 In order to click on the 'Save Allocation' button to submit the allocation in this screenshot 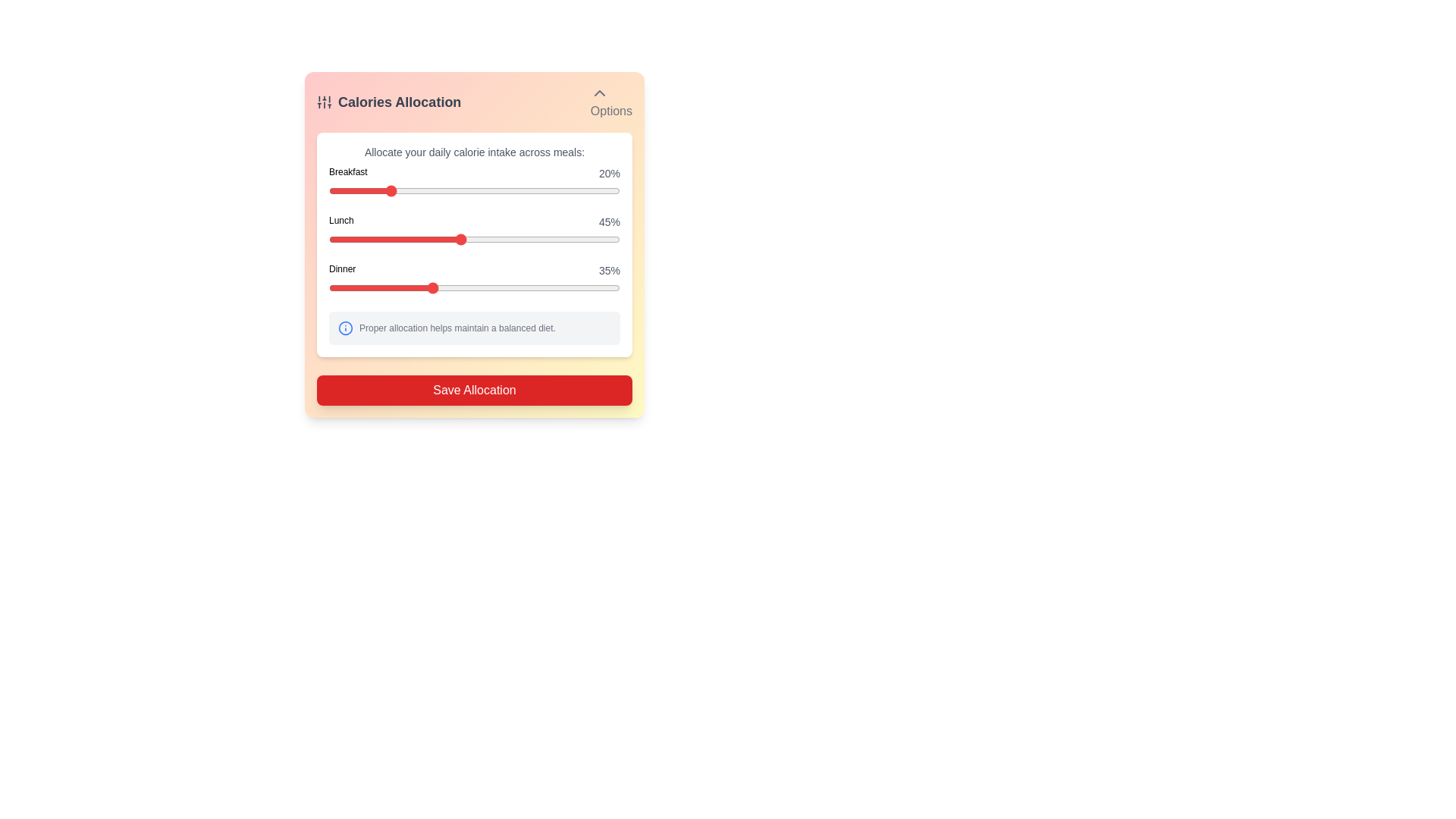, I will do `click(473, 390)`.